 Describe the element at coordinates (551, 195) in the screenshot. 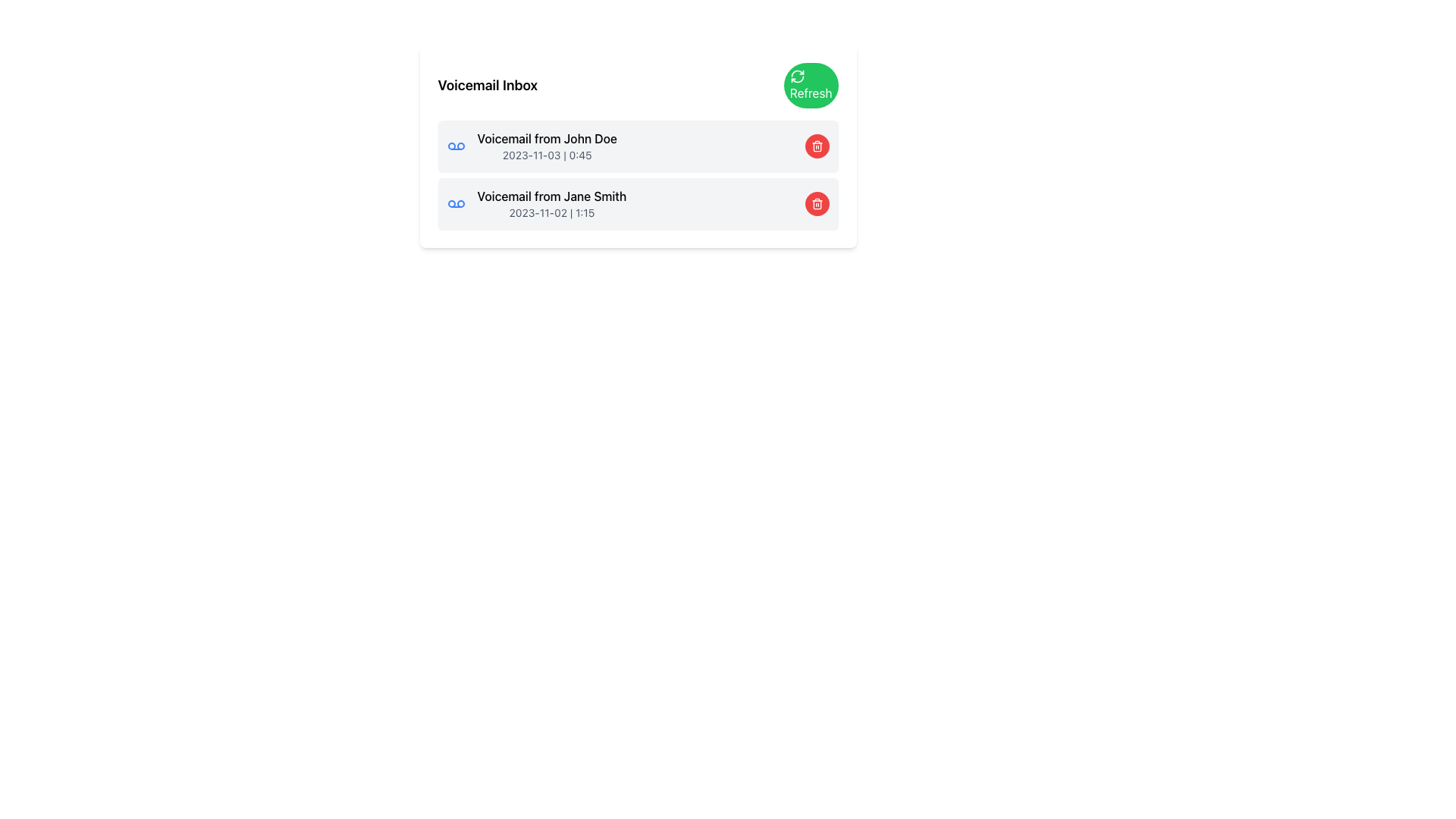

I see `text label displaying 'Voicemail from Jane Smith' located in the second row of the voicemail list` at that location.